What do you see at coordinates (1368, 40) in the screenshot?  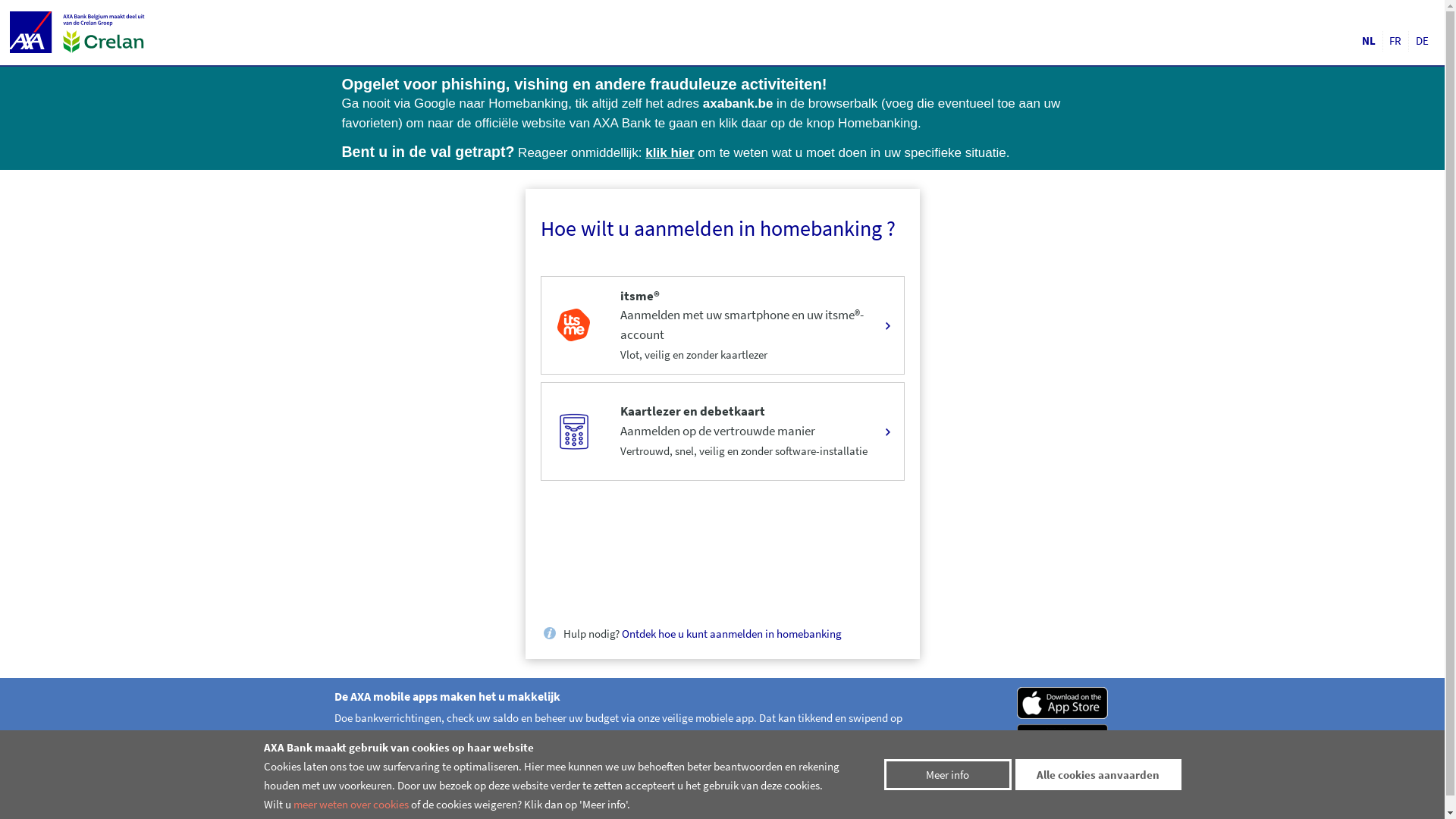 I see `'NL'` at bounding box center [1368, 40].